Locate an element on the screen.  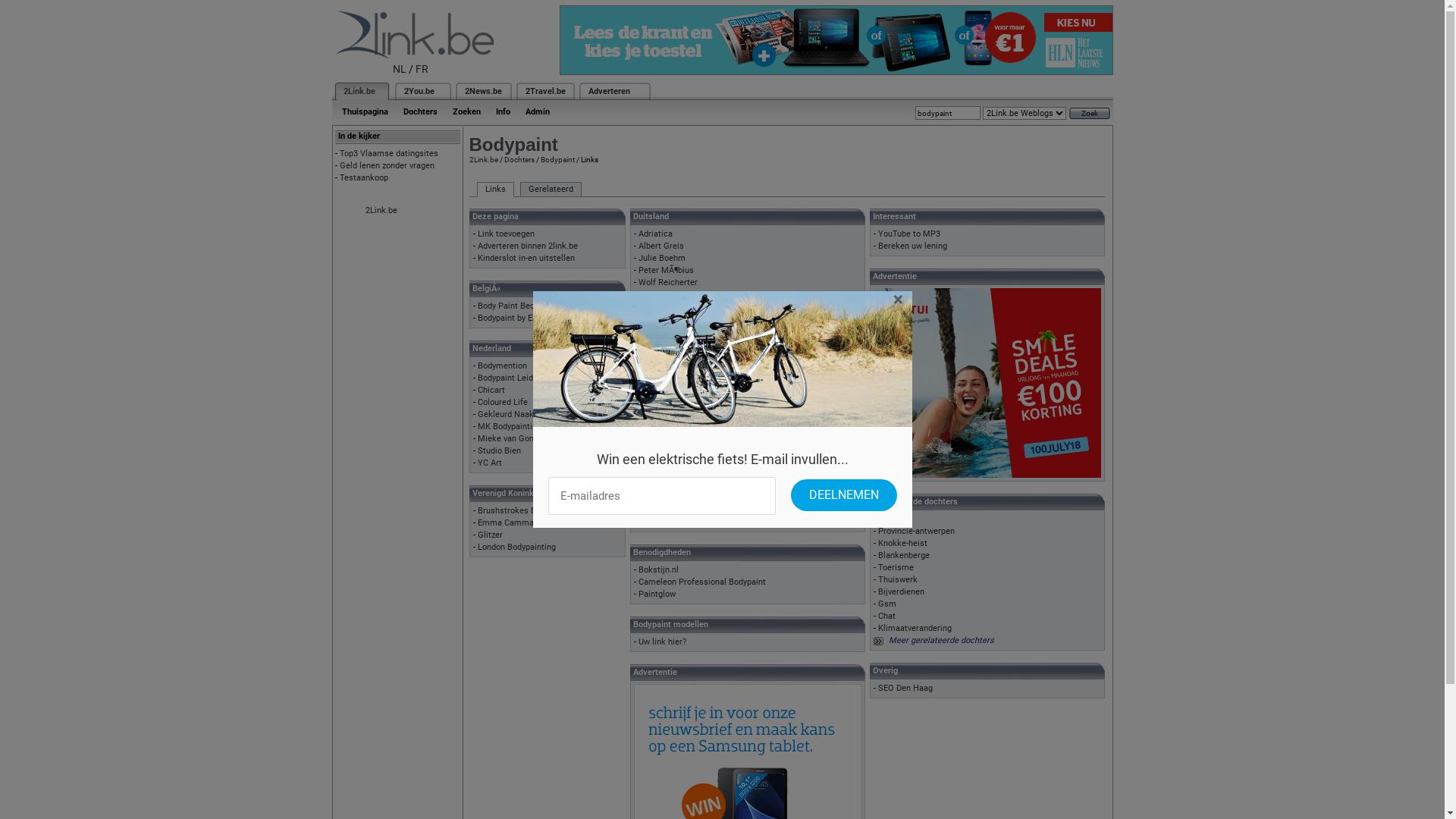
'Emma Cammack' is located at coordinates (510, 522).